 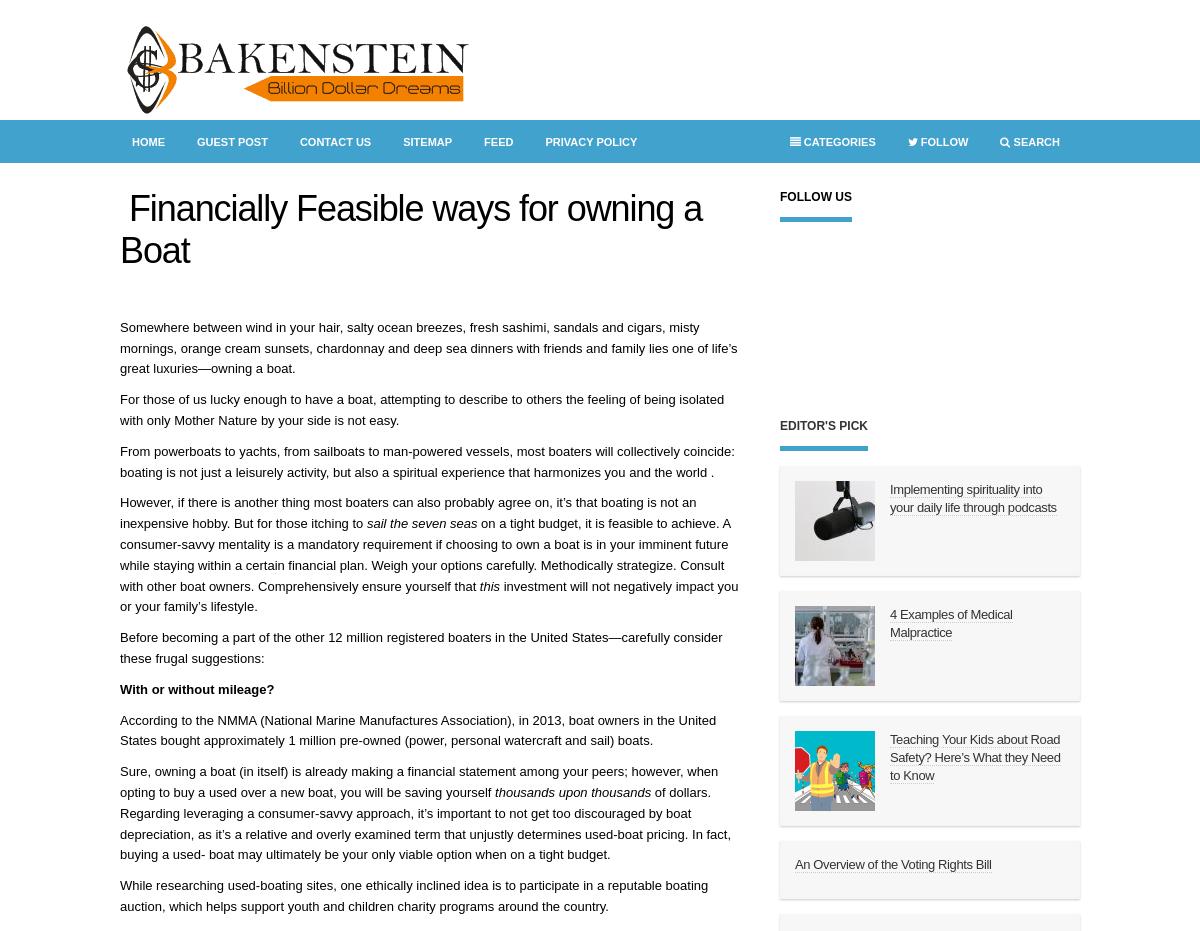 I want to click on '4 Examples of Medical Malpractice', so click(x=889, y=623).